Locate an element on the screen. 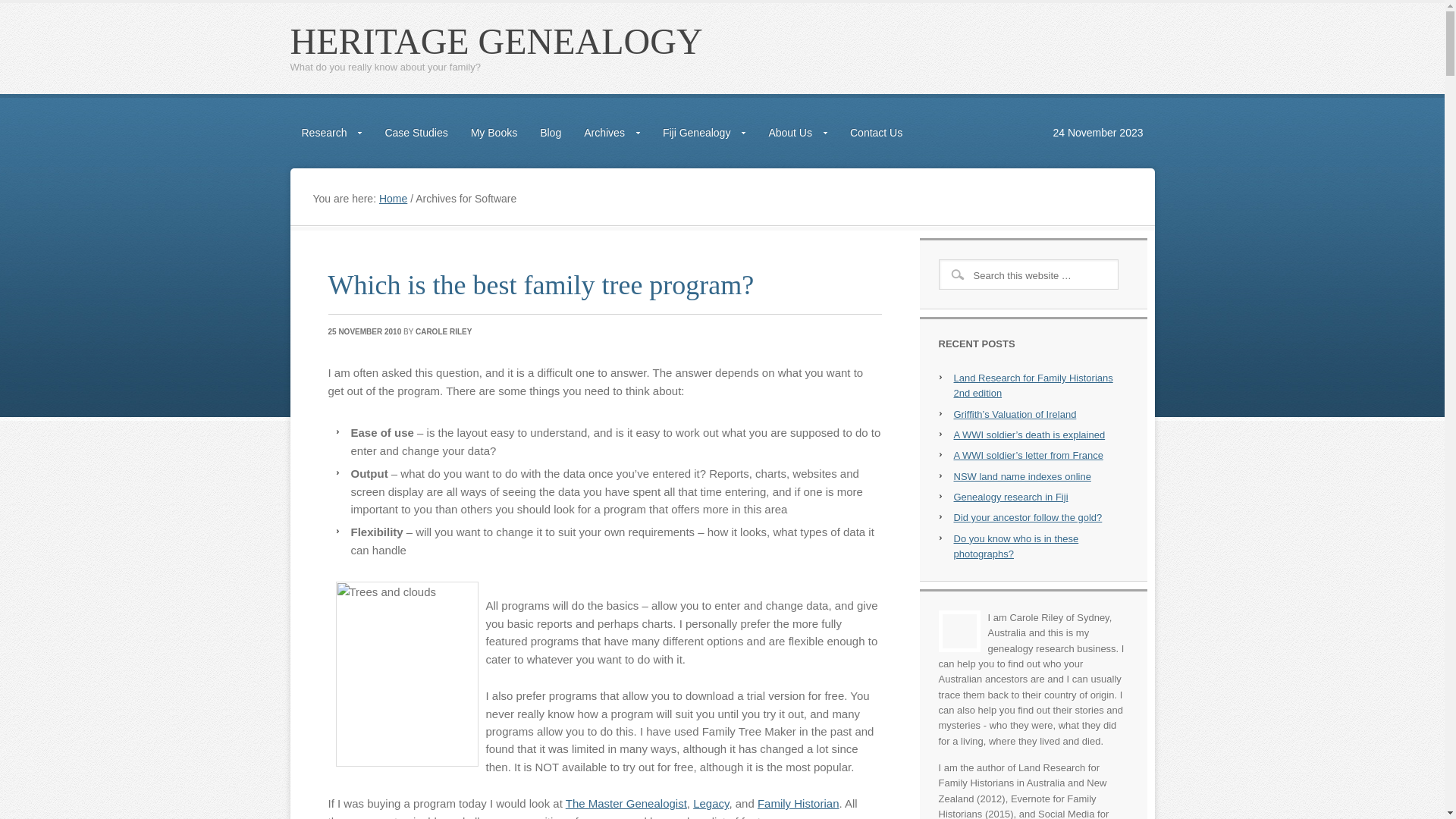  'NSW land name indexes online' is located at coordinates (1022, 475).